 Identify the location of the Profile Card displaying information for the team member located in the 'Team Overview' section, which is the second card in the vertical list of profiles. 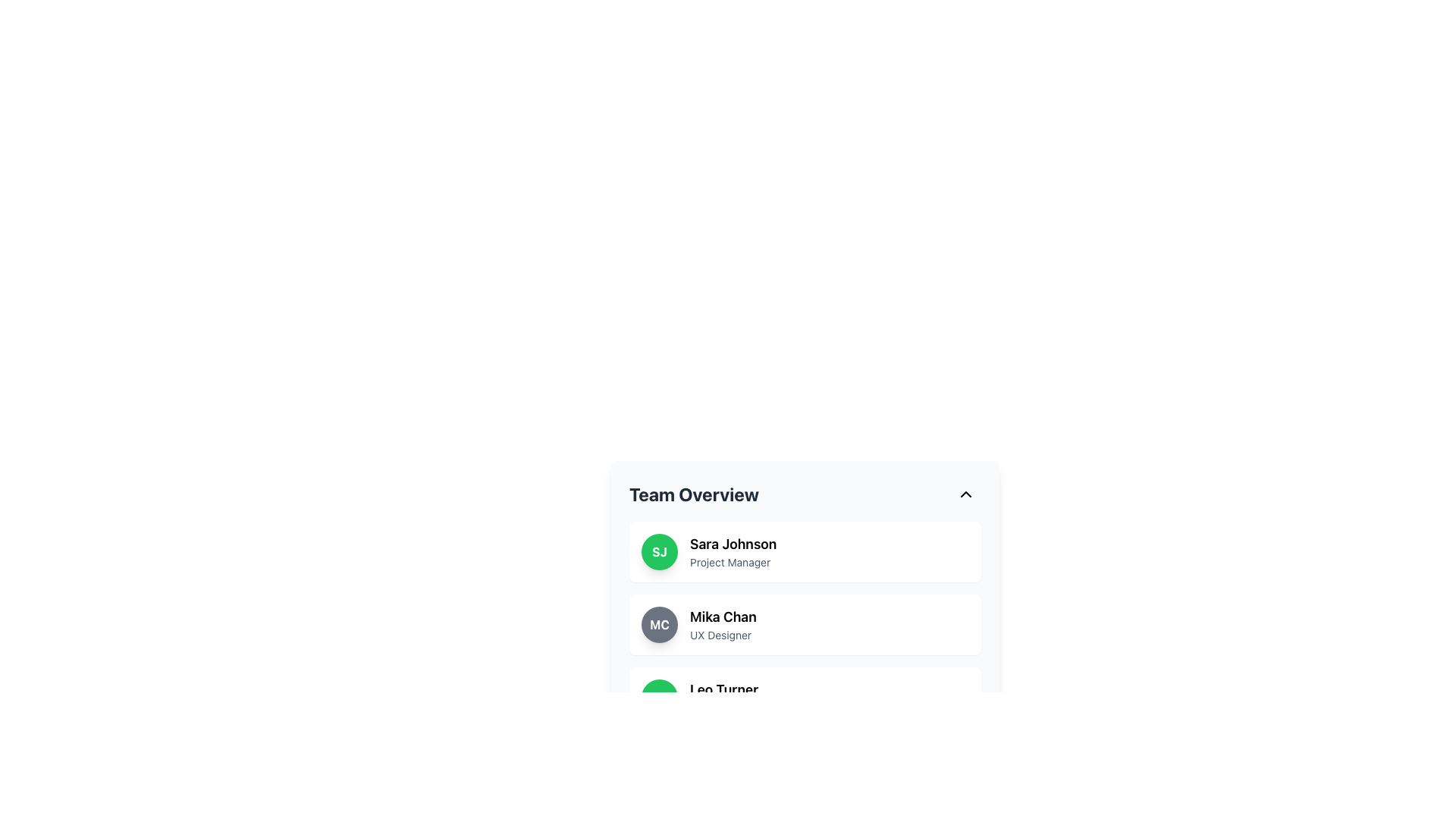
(804, 625).